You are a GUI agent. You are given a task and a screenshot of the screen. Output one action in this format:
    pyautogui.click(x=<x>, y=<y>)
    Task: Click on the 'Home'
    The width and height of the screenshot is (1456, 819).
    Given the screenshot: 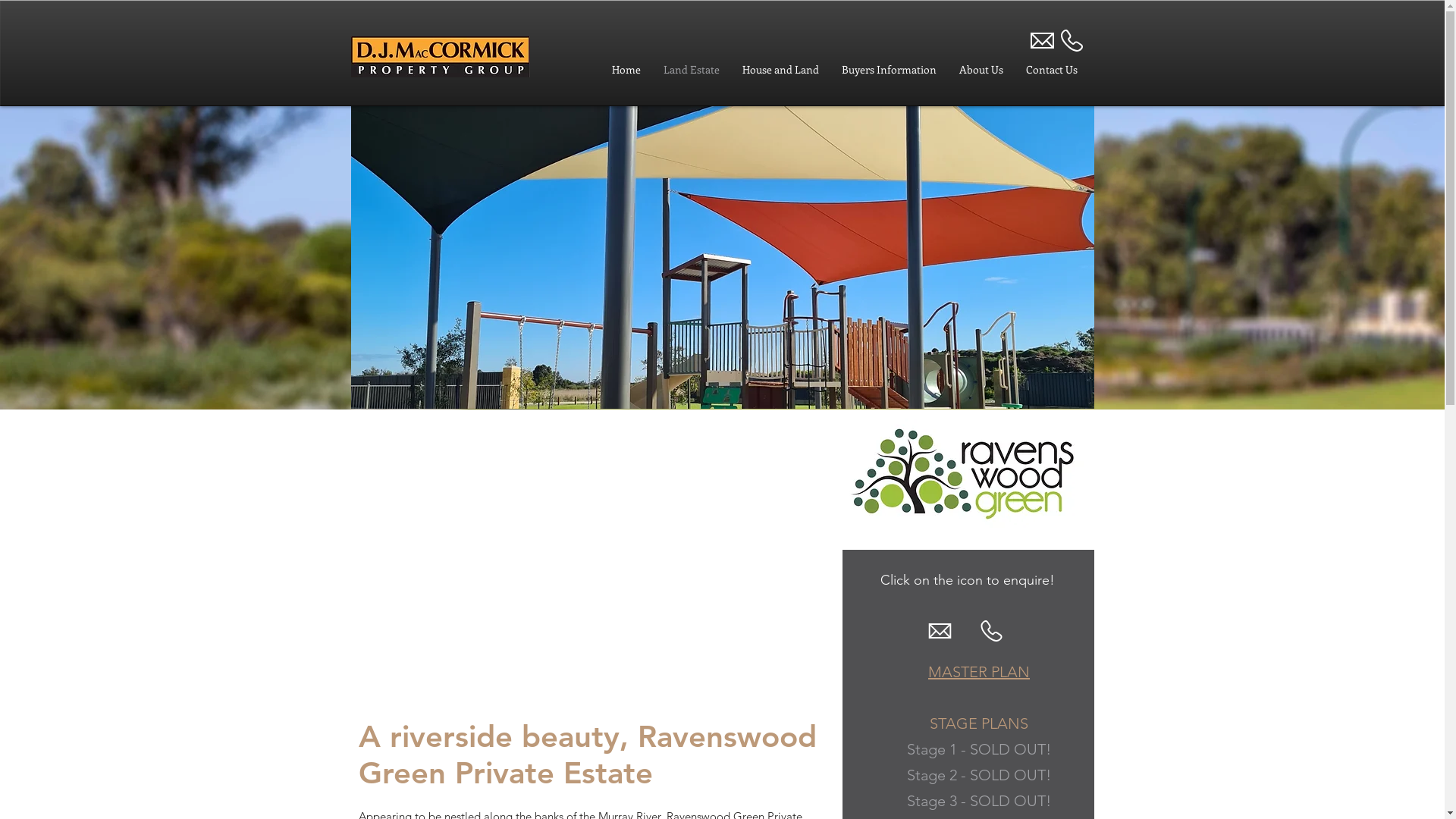 What is the action you would take?
    pyautogui.click(x=600, y=70)
    